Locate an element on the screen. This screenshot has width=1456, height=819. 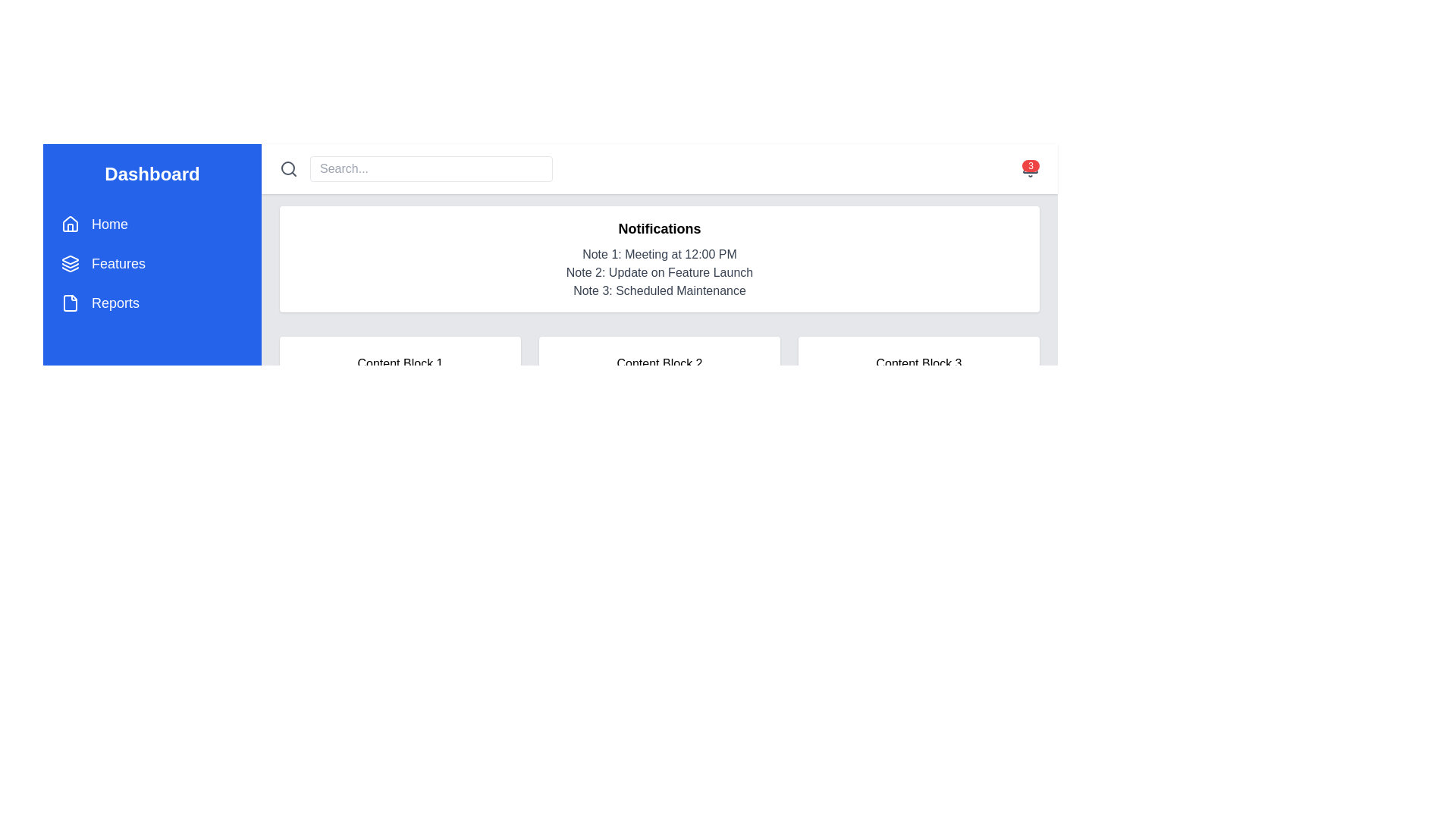
the search icon located at the top of the interface, which is the first component in its row group, to trigger a tooltip or visual response is located at coordinates (288, 169).